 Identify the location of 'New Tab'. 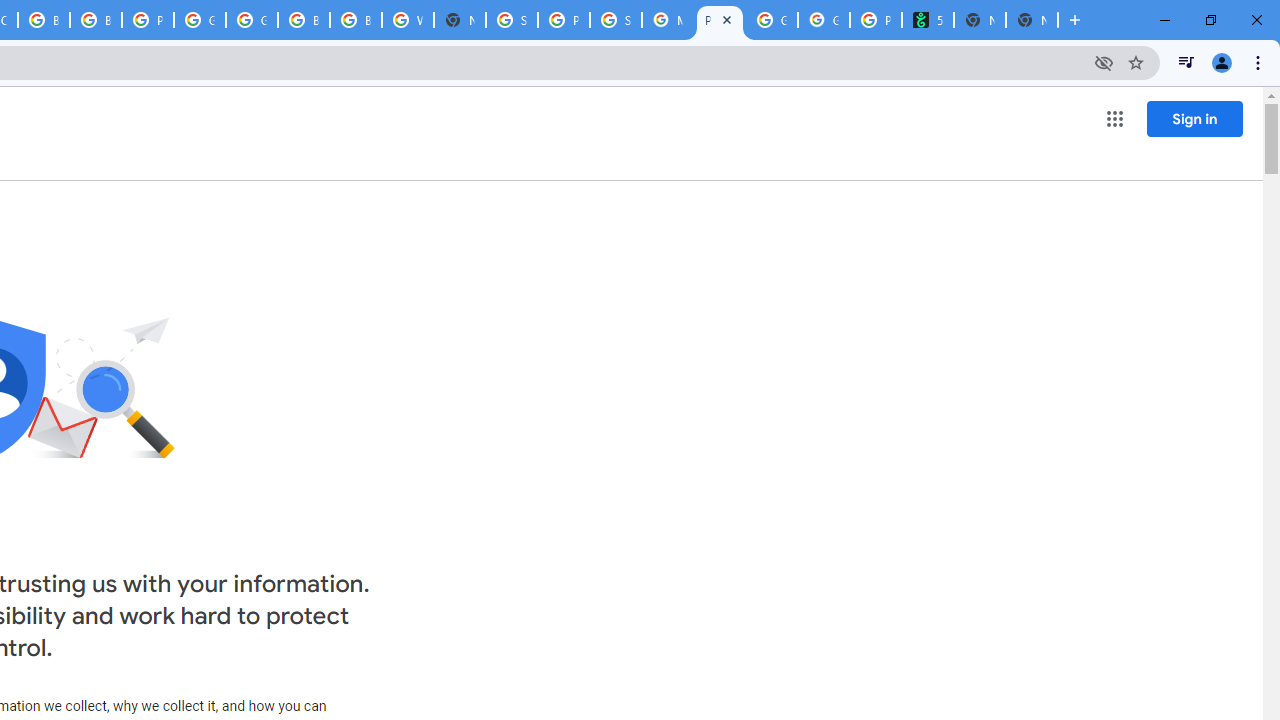
(1032, 20).